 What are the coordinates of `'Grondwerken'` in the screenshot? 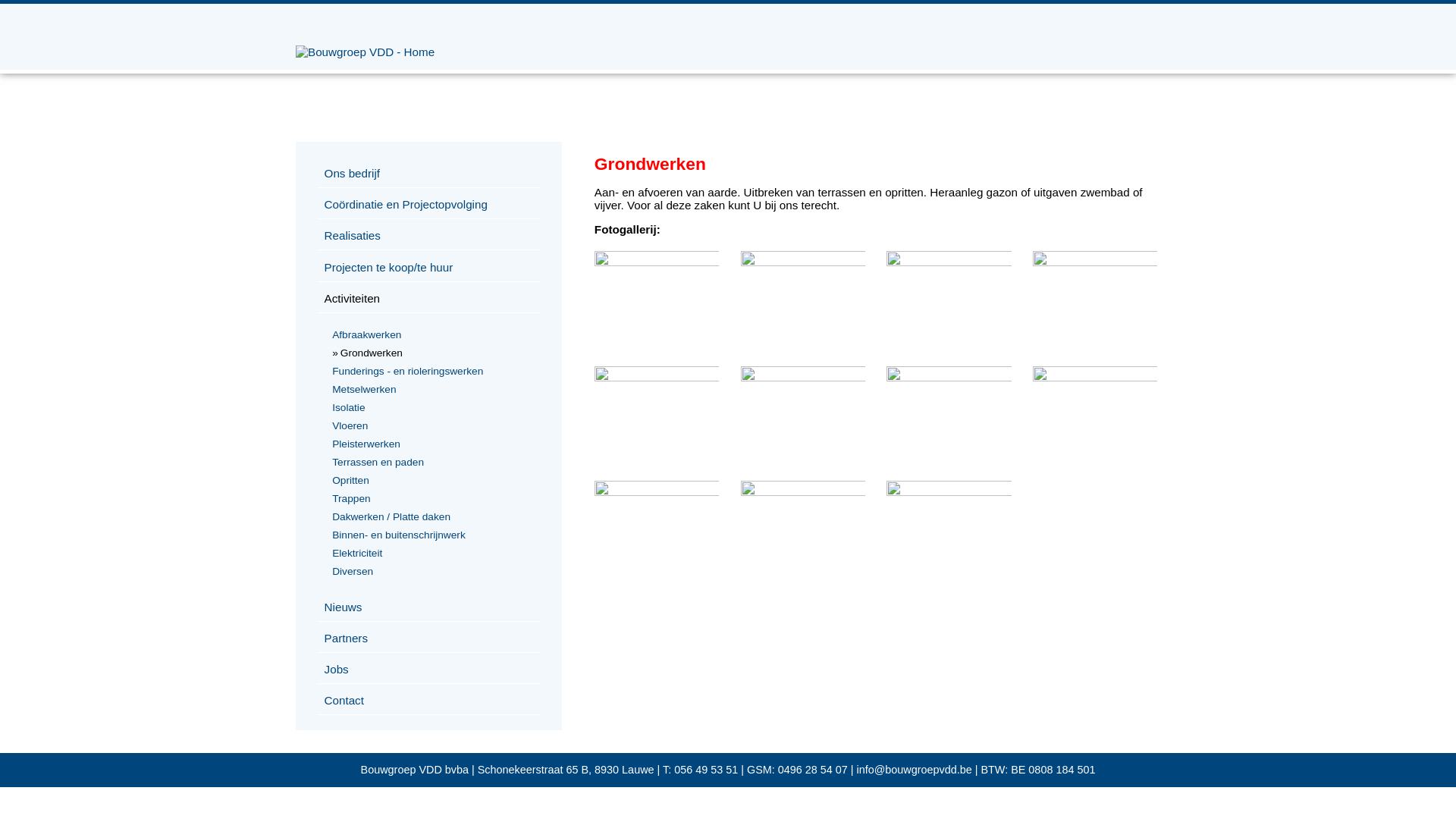 It's located at (802, 261).